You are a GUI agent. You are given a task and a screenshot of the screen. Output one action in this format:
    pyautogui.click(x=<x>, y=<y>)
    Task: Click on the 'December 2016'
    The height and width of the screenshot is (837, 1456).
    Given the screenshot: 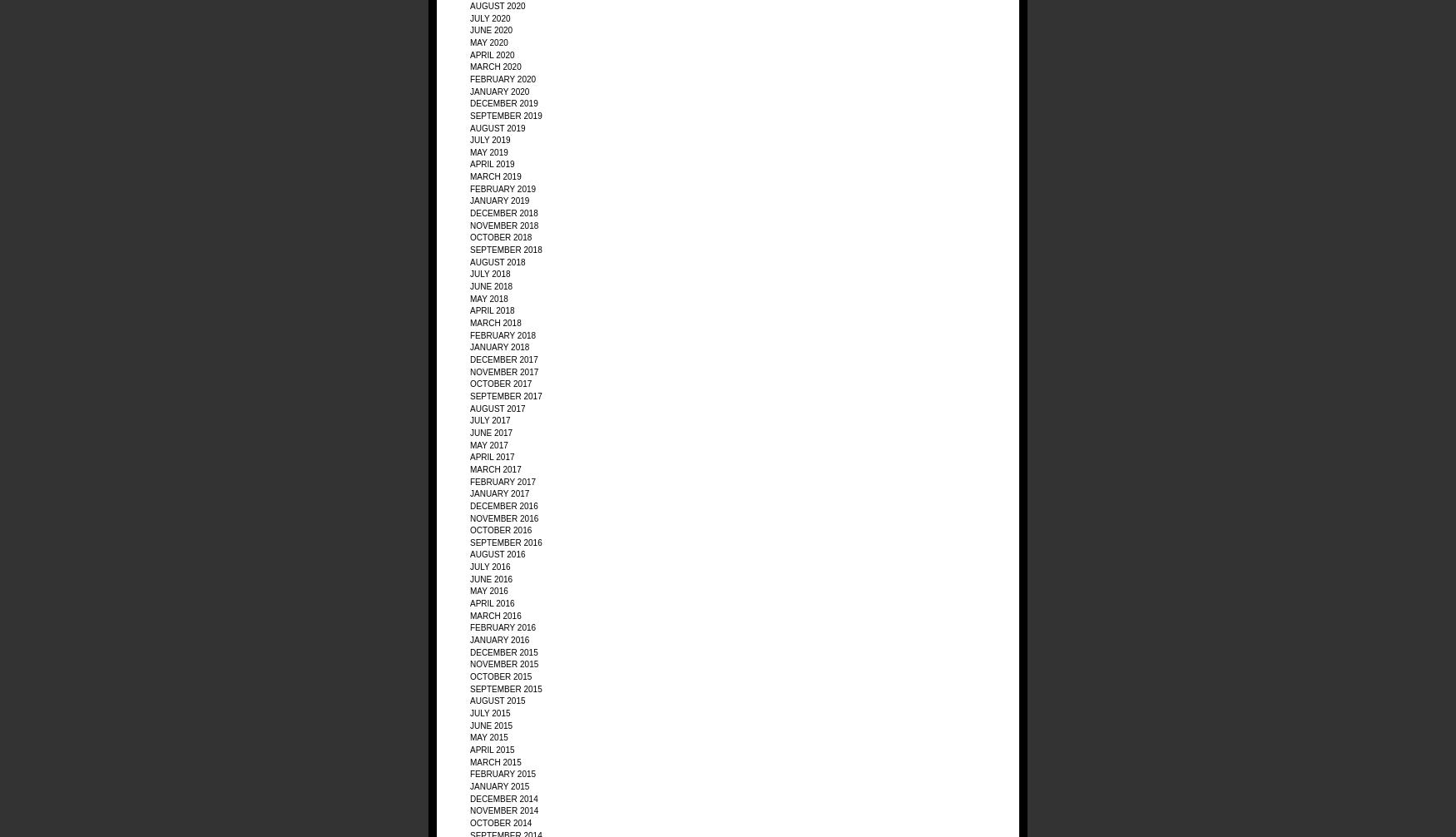 What is the action you would take?
    pyautogui.click(x=470, y=505)
    